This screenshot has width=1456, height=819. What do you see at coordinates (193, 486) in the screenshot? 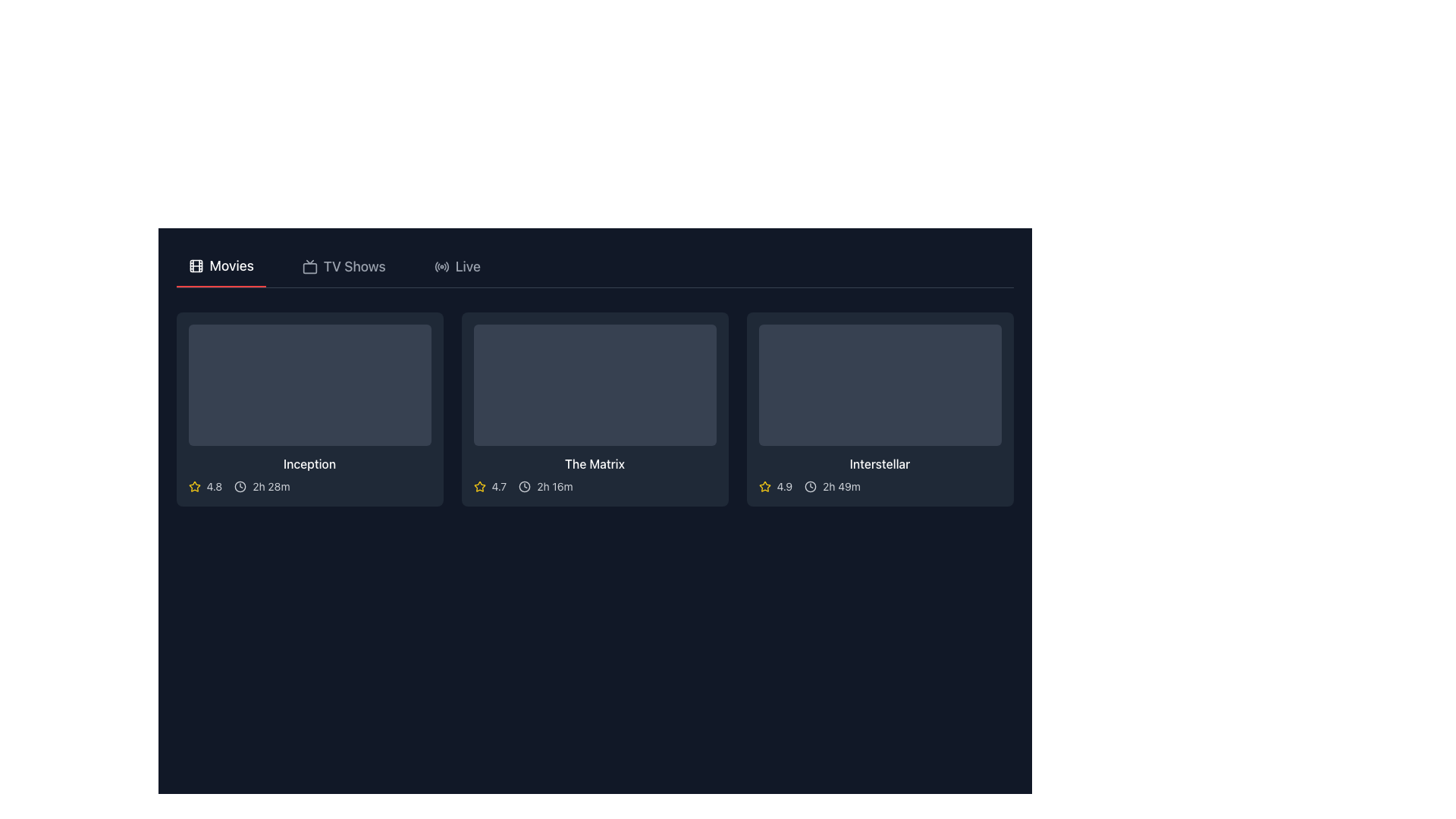
I see `the yellow star icon with a hollow center next to the text '4.8' in the rating system under the movie card for 'Inception'` at bounding box center [193, 486].